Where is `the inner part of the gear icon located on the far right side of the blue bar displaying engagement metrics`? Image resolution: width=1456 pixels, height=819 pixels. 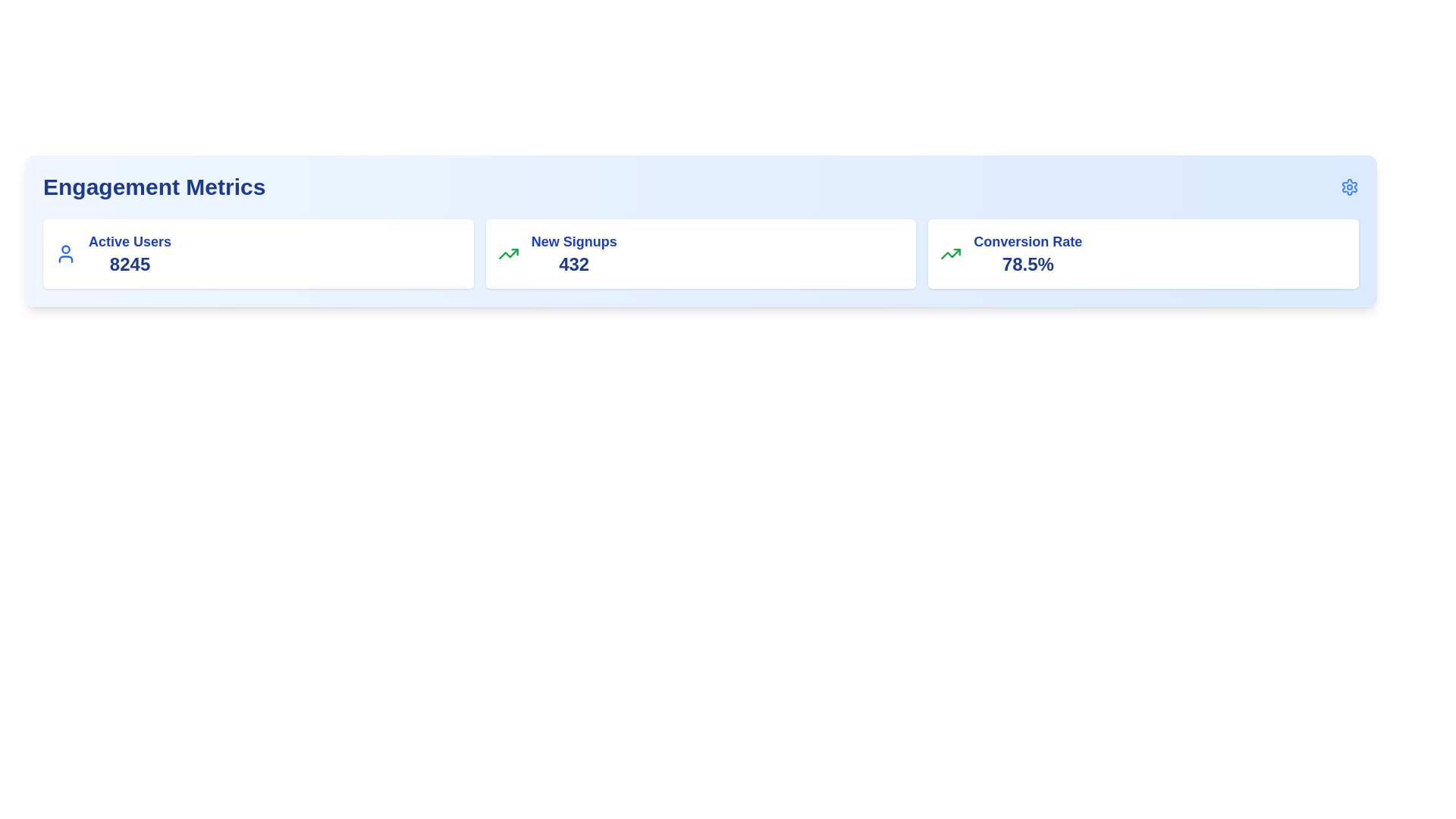
the inner part of the gear icon located on the far right side of the blue bar displaying engagement metrics is located at coordinates (1350, 186).